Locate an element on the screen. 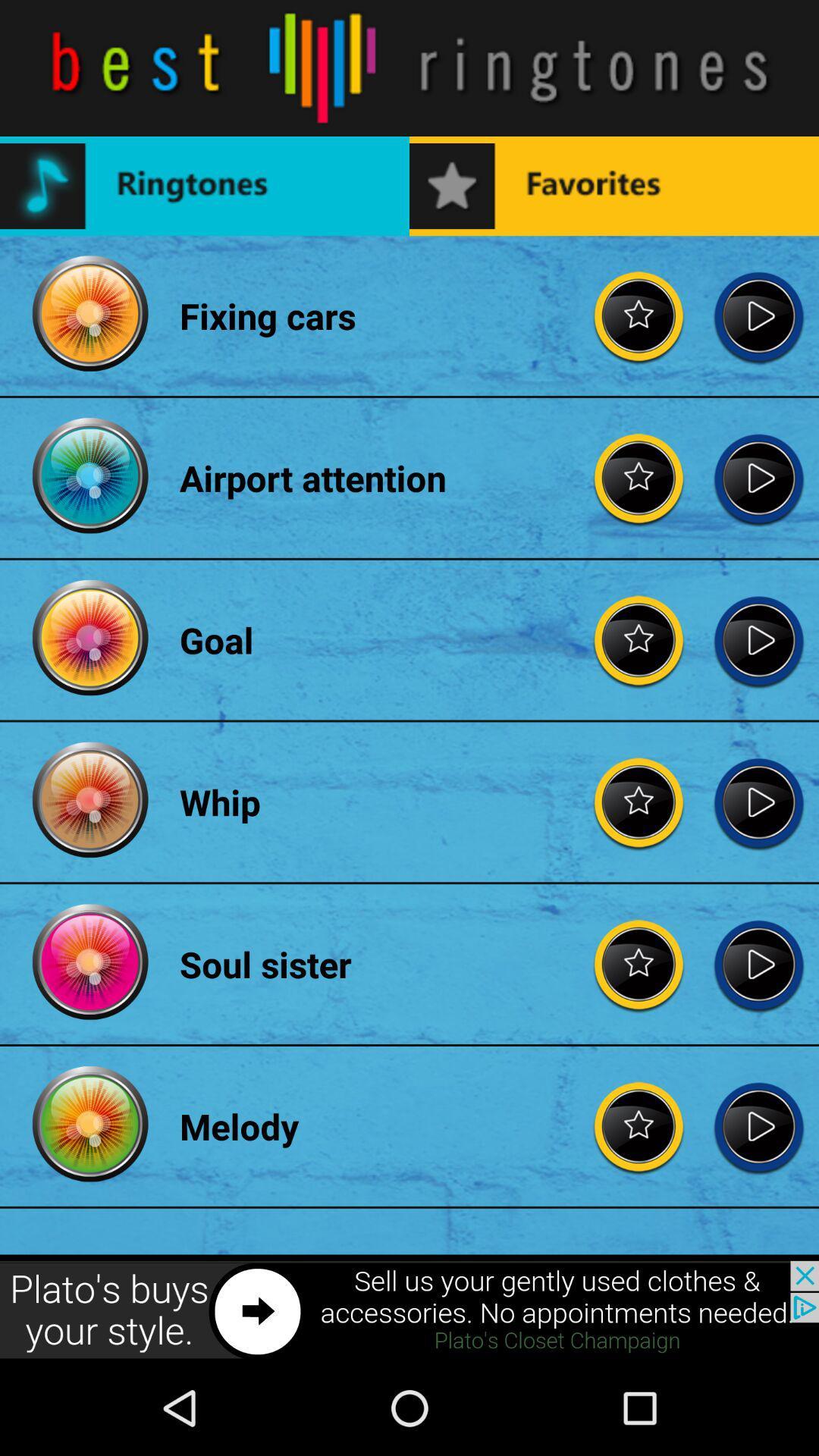 The width and height of the screenshot is (819, 1456). rate goal star is located at coordinates (639, 640).